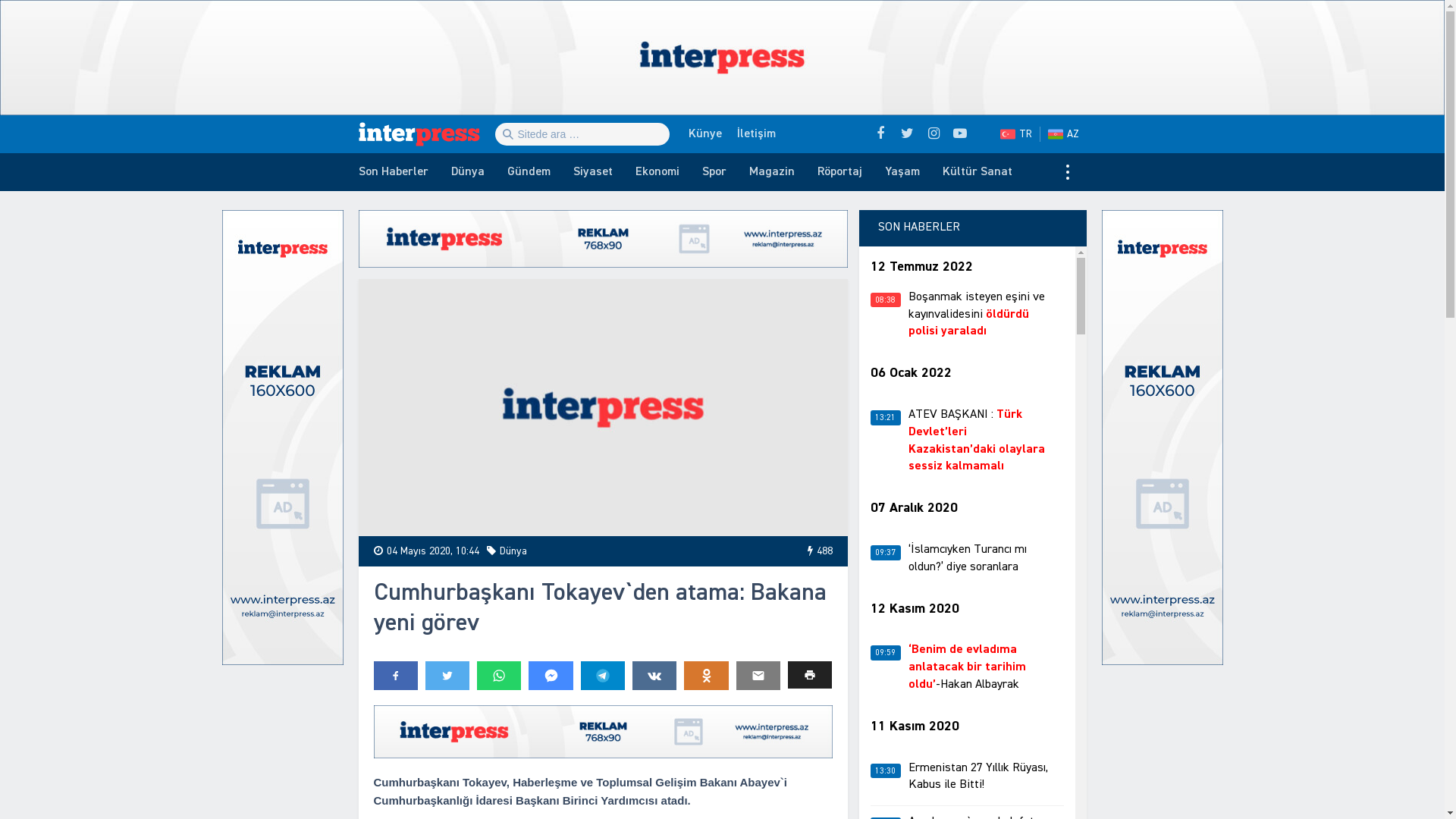 Image resolution: width=1456 pixels, height=819 pixels. What do you see at coordinates (656, 171) in the screenshot?
I see `'Ekonomi'` at bounding box center [656, 171].